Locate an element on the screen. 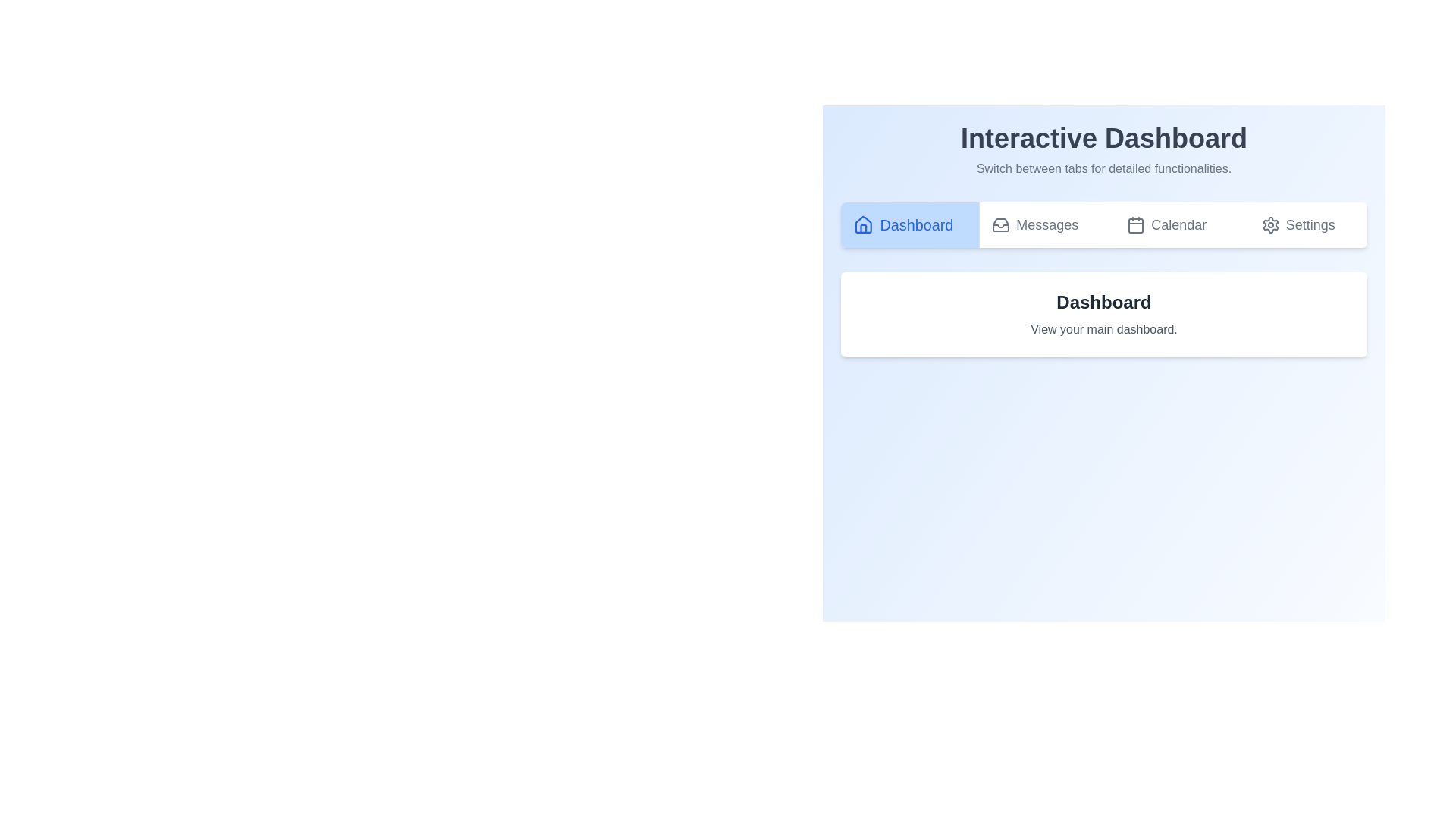  the 'Calendar' tab, which is the third tab in the navigation bar, to observe the hover style change is located at coordinates (1169, 225).